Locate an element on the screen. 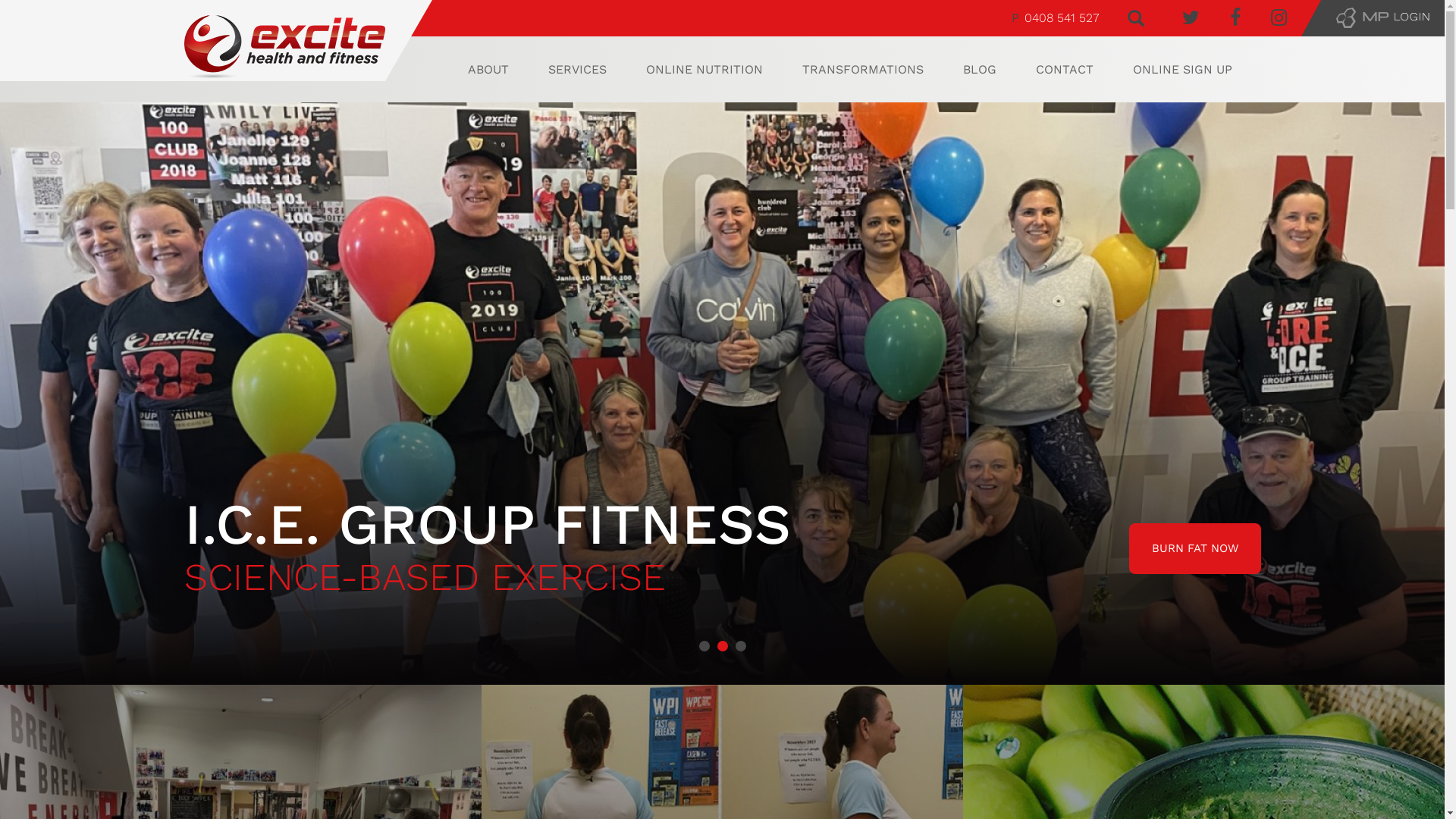 The image size is (1456, 819). 'Next' is located at coordinates (1423, 393).